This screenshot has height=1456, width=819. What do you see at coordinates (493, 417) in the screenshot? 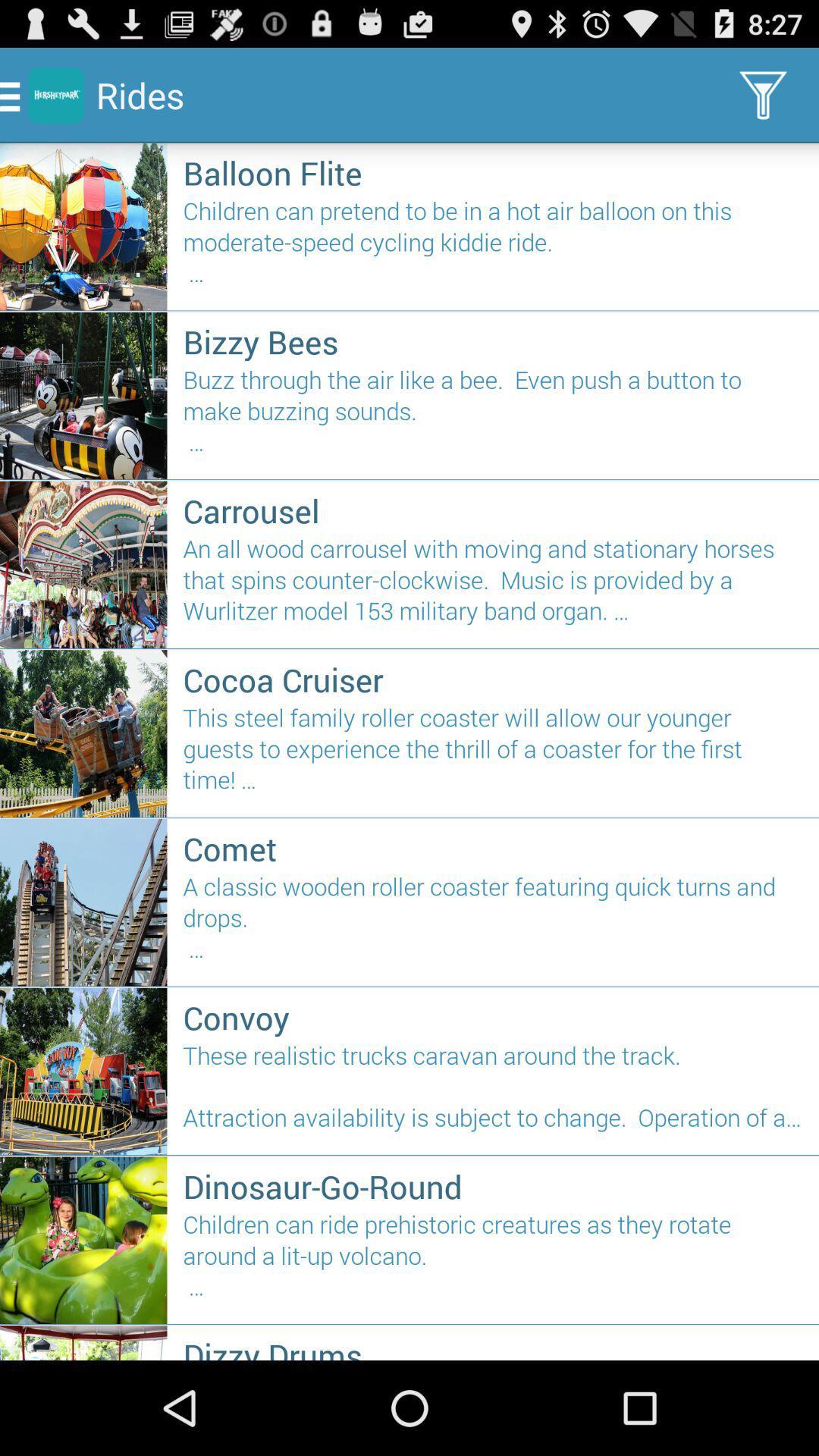
I see `buzz through the item` at bounding box center [493, 417].